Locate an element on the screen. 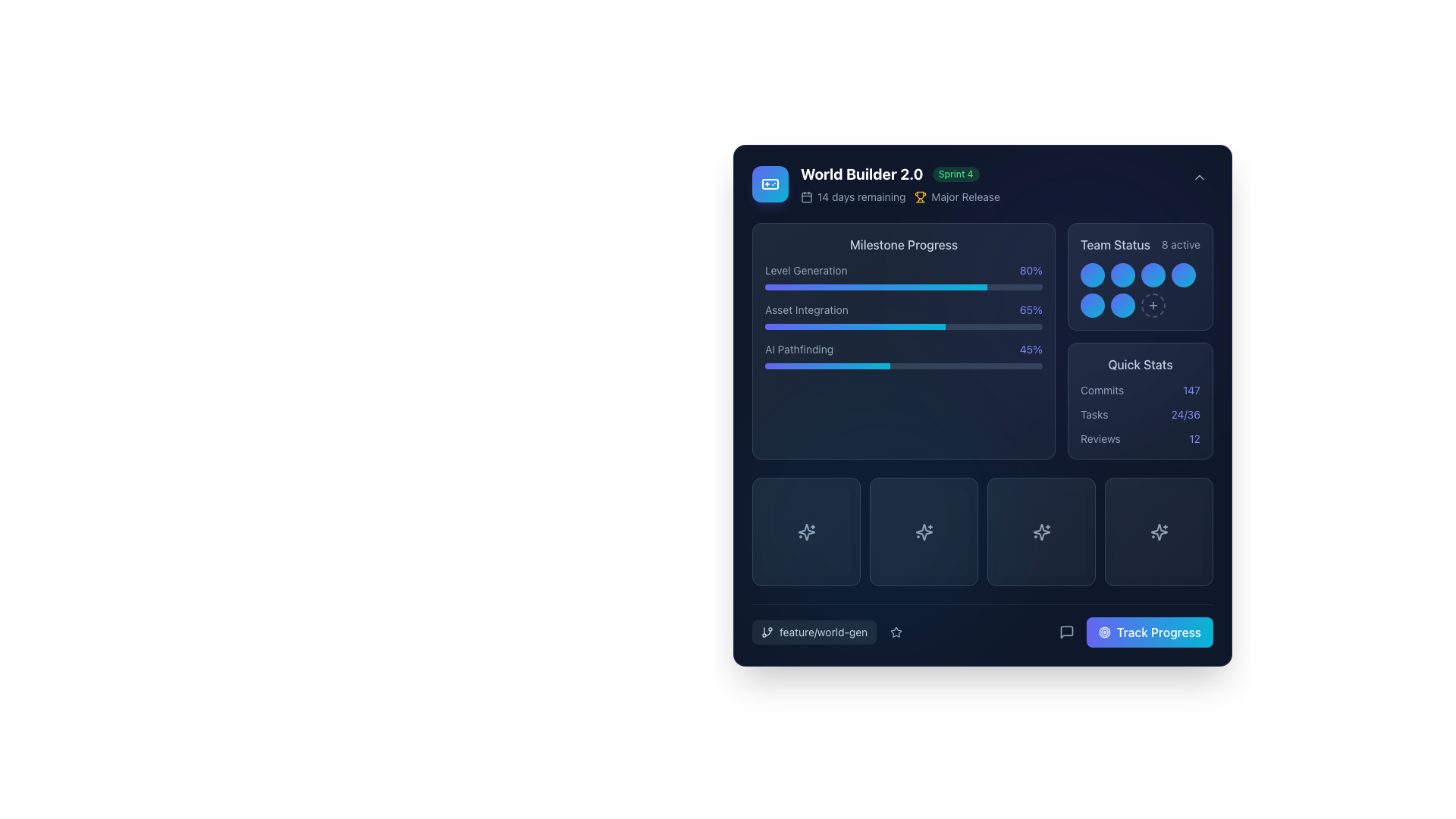  the text label displaying 'Commits', which is styled in slate gray and is part of the Quick Stats section, located to the left of the number '147' is located at coordinates (1102, 390).